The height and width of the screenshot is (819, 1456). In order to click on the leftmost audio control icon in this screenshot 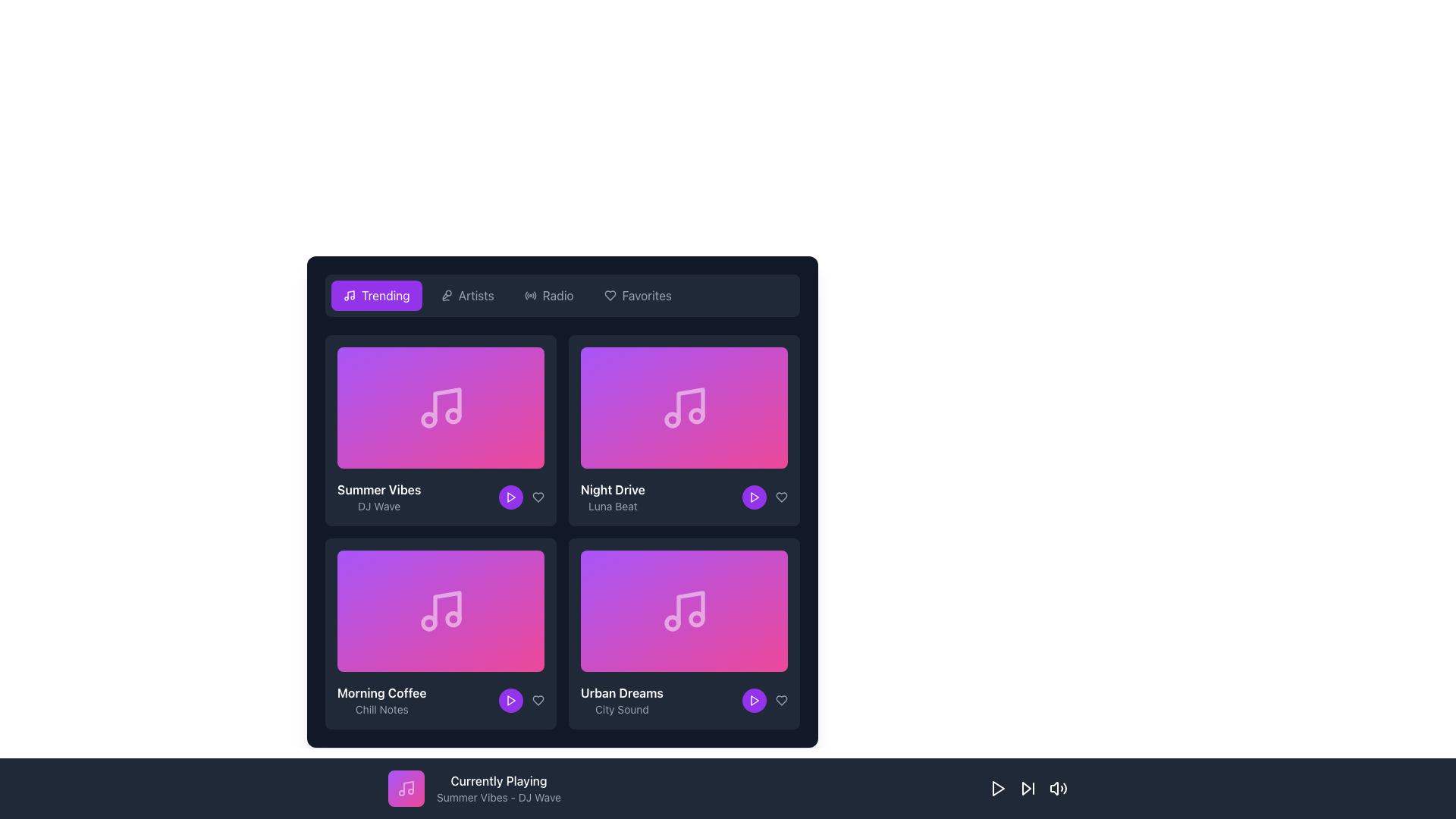, I will do `click(1053, 788)`.